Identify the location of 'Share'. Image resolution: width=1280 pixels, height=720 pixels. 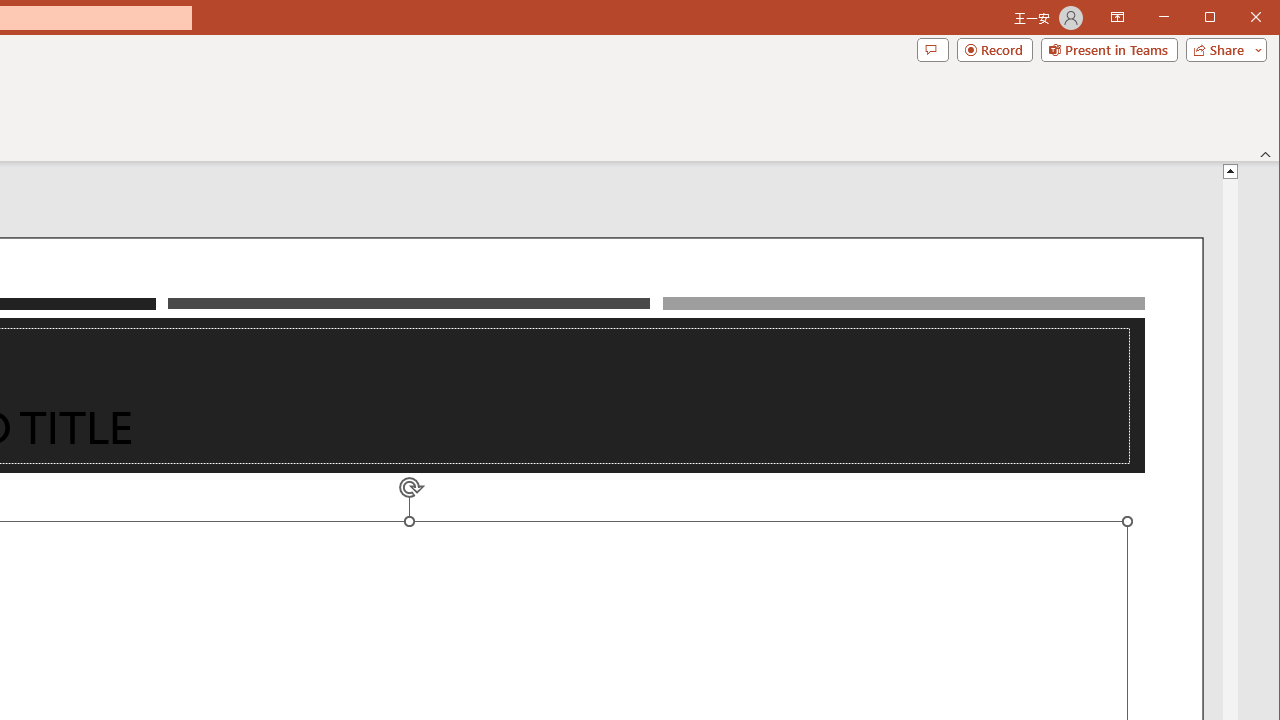
(1221, 49).